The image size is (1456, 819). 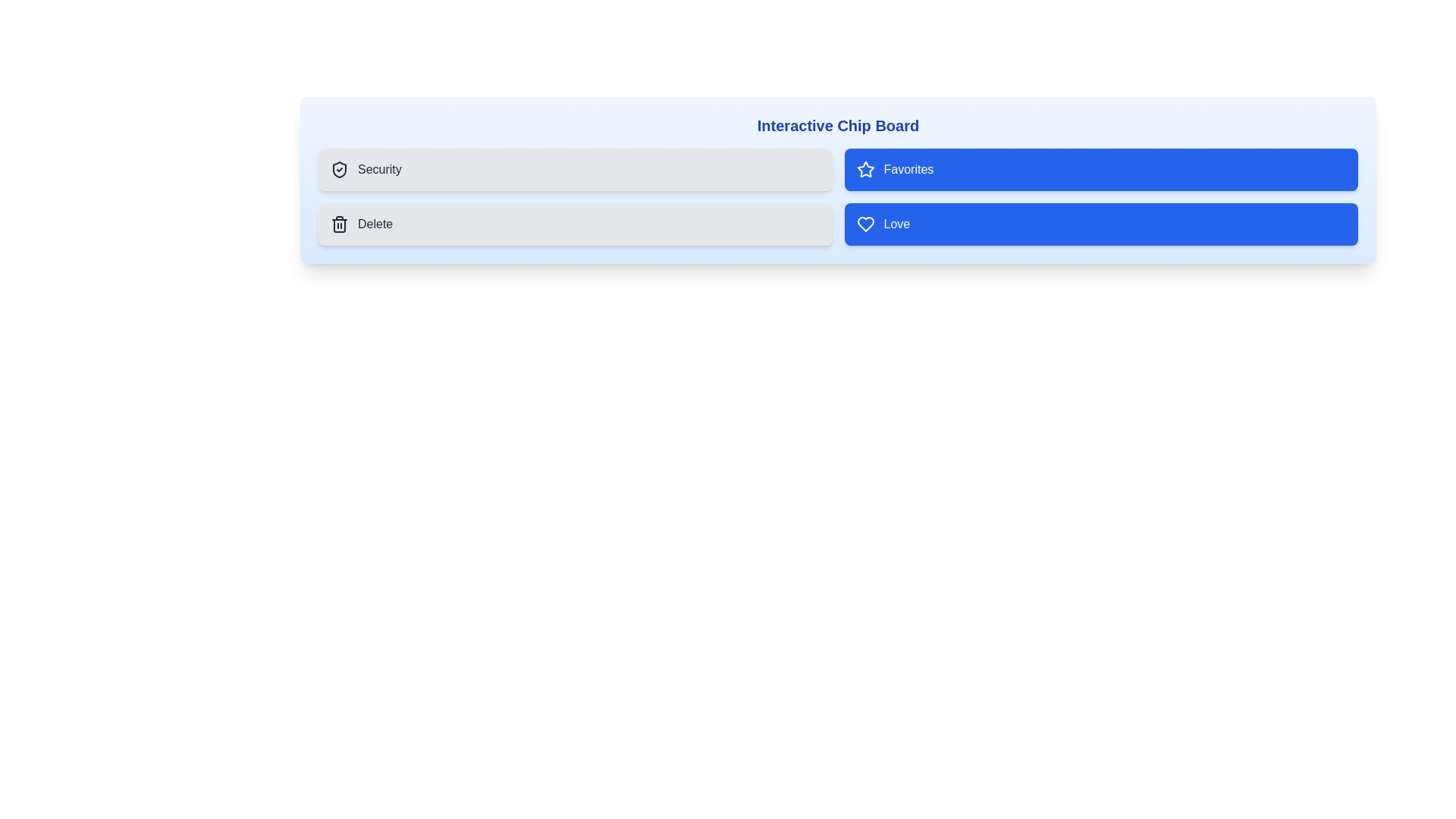 I want to click on the chip labeled Security to observe the hover effect, so click(x=574, y=169).